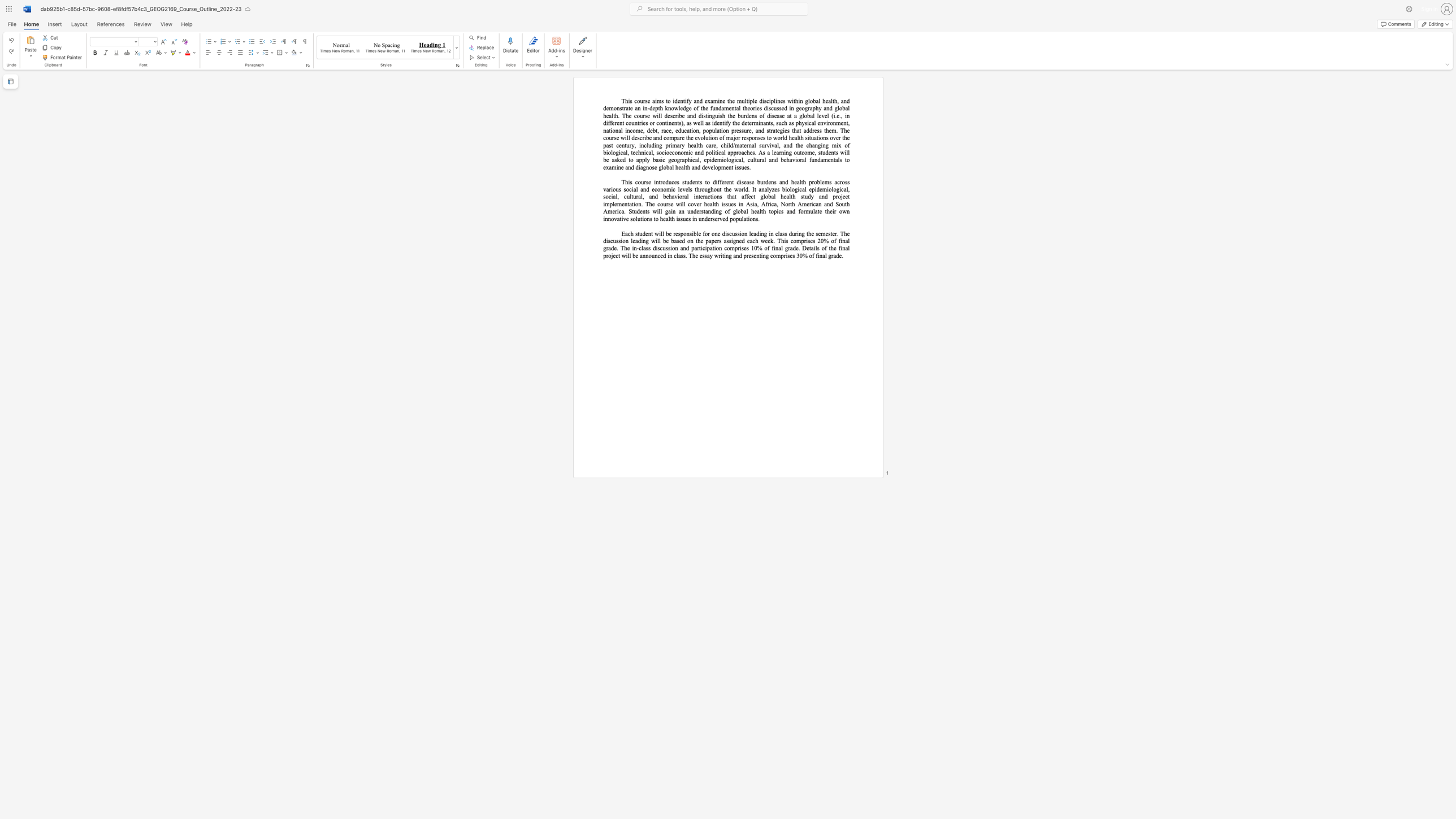  Describe the element at coordinates (781, 153) in the screenshot. I see `the subset text "ning" within the text "As a learning"` at that location.